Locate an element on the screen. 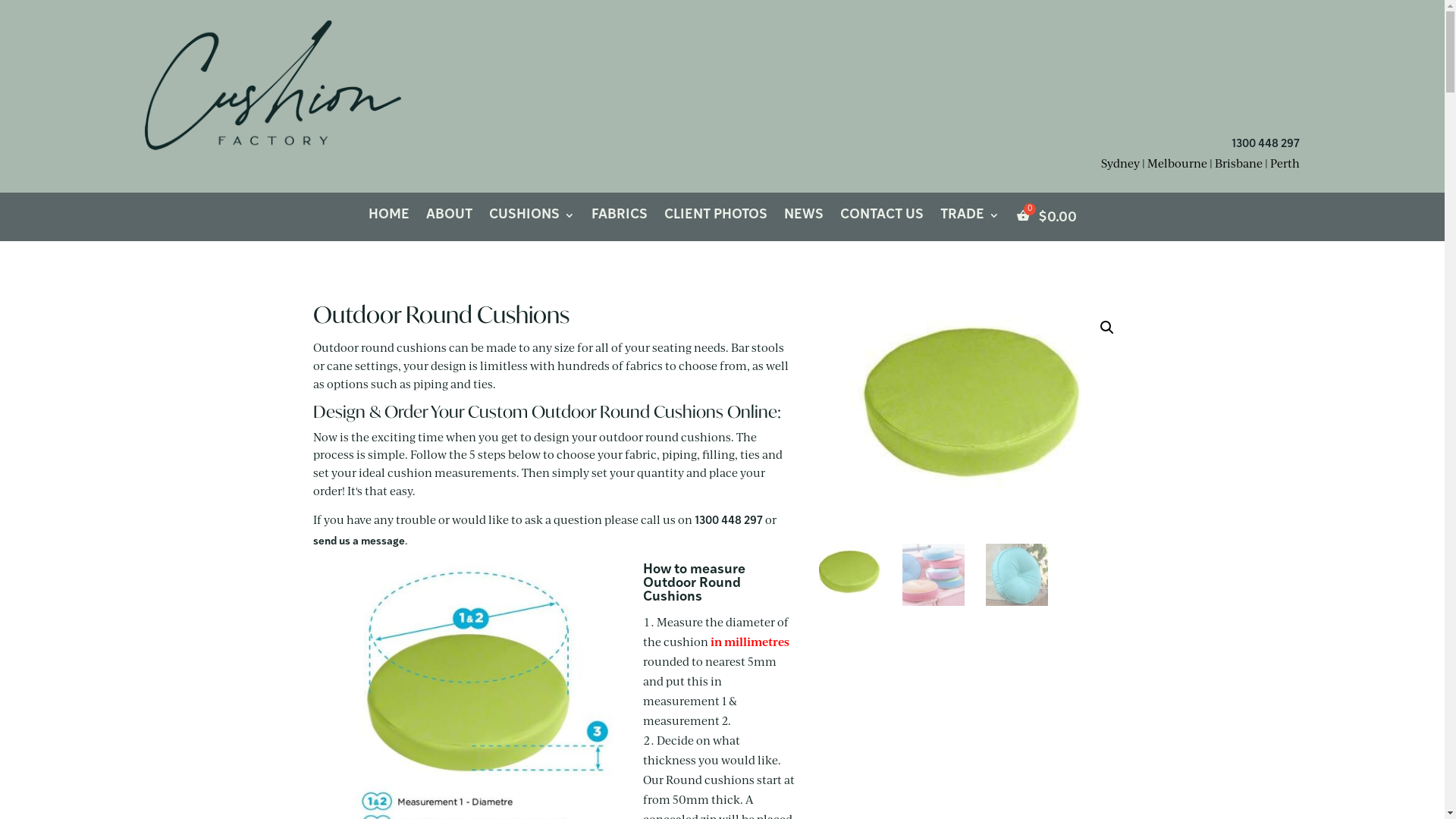  'CUSHIONS' is located at coordinates (531, 219).